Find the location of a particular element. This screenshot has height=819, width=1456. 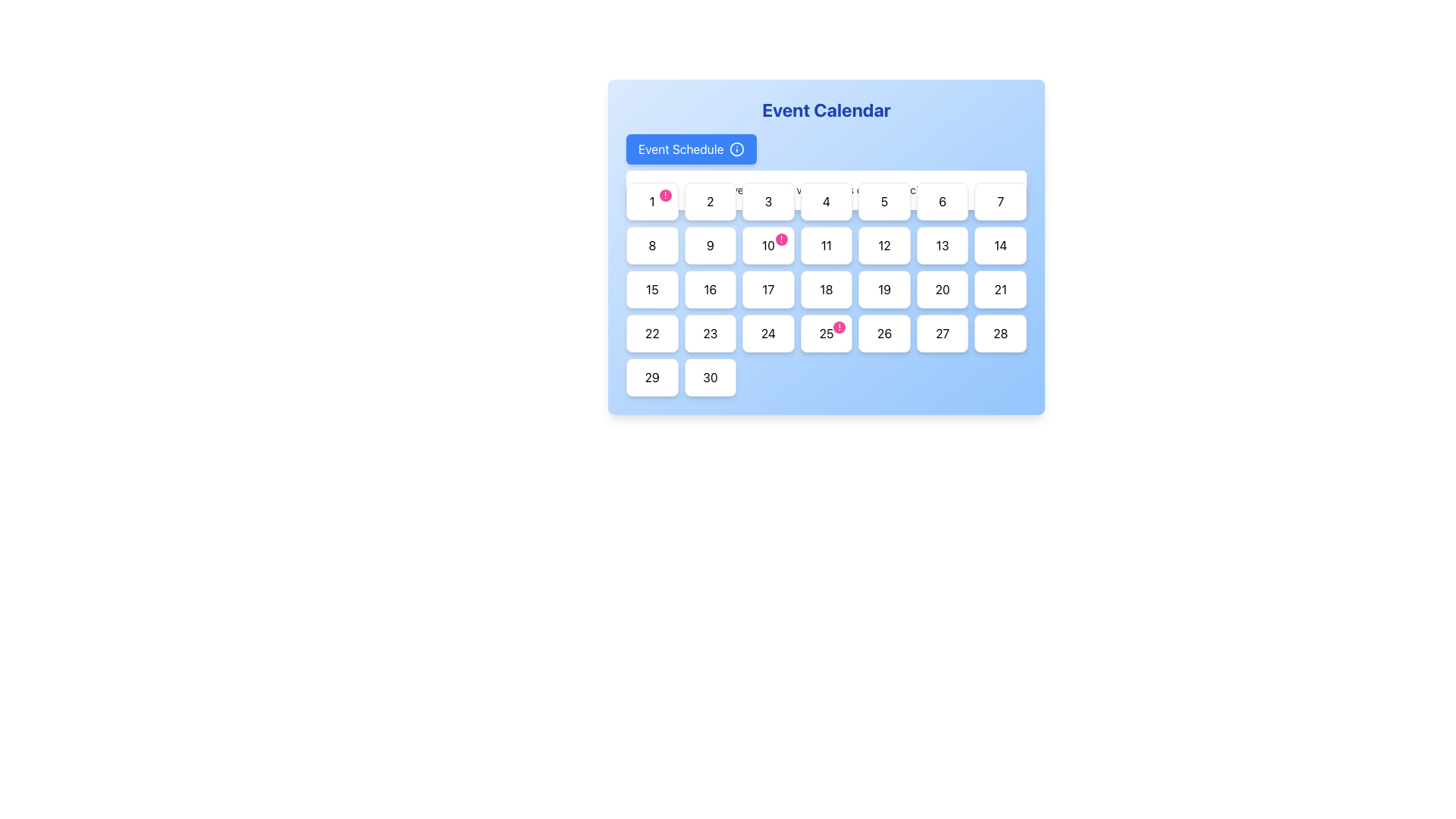

the non-interactive calendar date cell representing the 28th day, located in the seventh column and fourth row of the calendar interface is located at coordinates (1000, 332).